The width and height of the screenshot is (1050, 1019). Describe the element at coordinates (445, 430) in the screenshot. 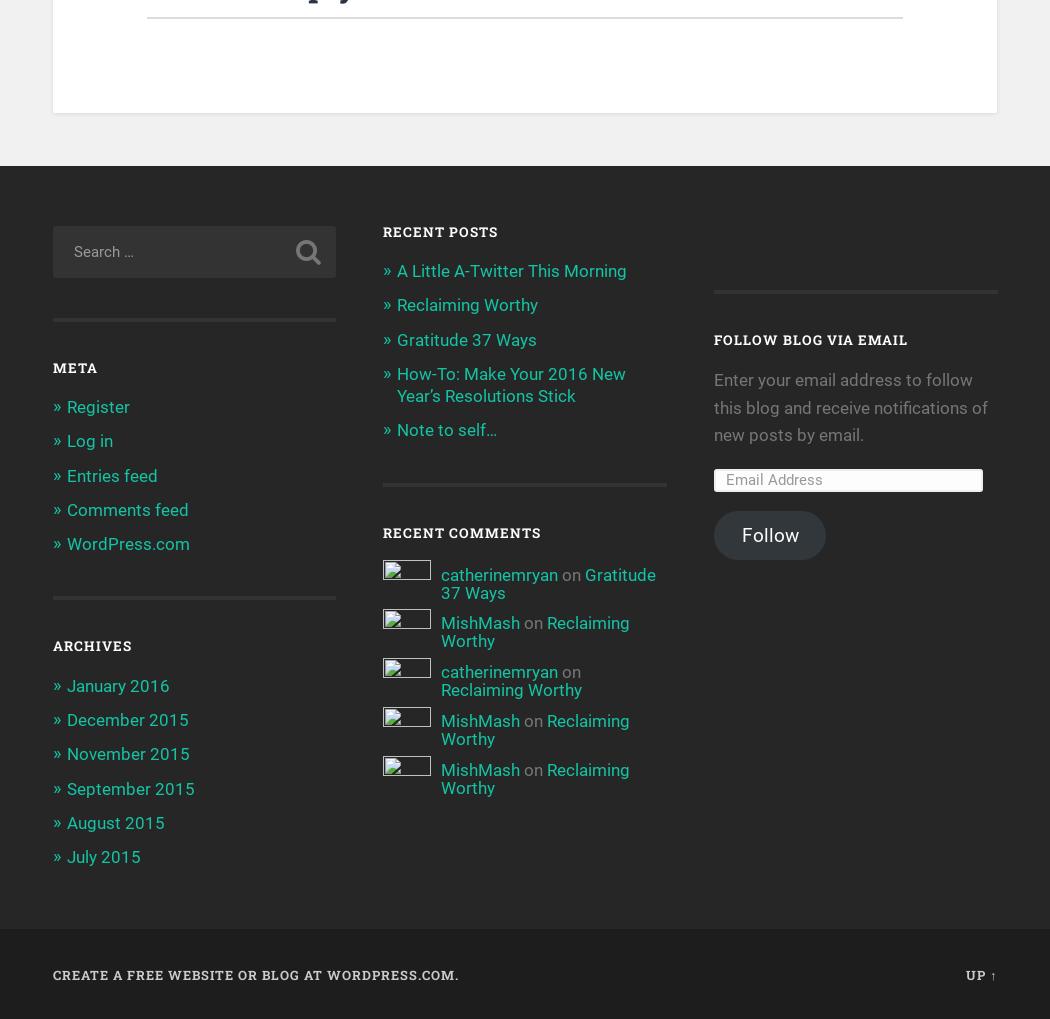

I see `'Note to self…'` at that location.